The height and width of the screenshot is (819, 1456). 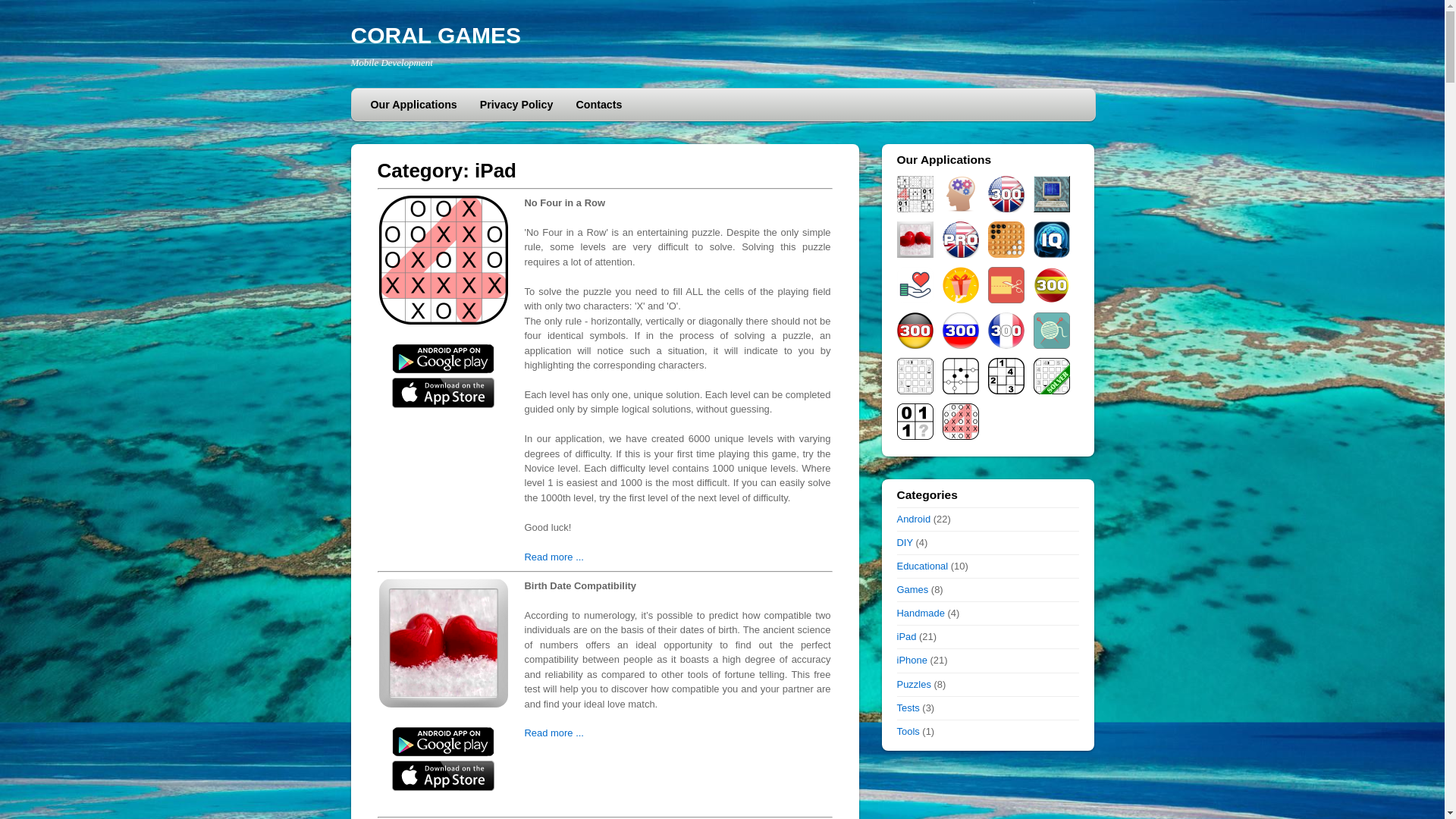 What do you see at coordinates (516, 104) in the screenshot?
I see `'Privacy Policy'` at bounding box center [516, 104].